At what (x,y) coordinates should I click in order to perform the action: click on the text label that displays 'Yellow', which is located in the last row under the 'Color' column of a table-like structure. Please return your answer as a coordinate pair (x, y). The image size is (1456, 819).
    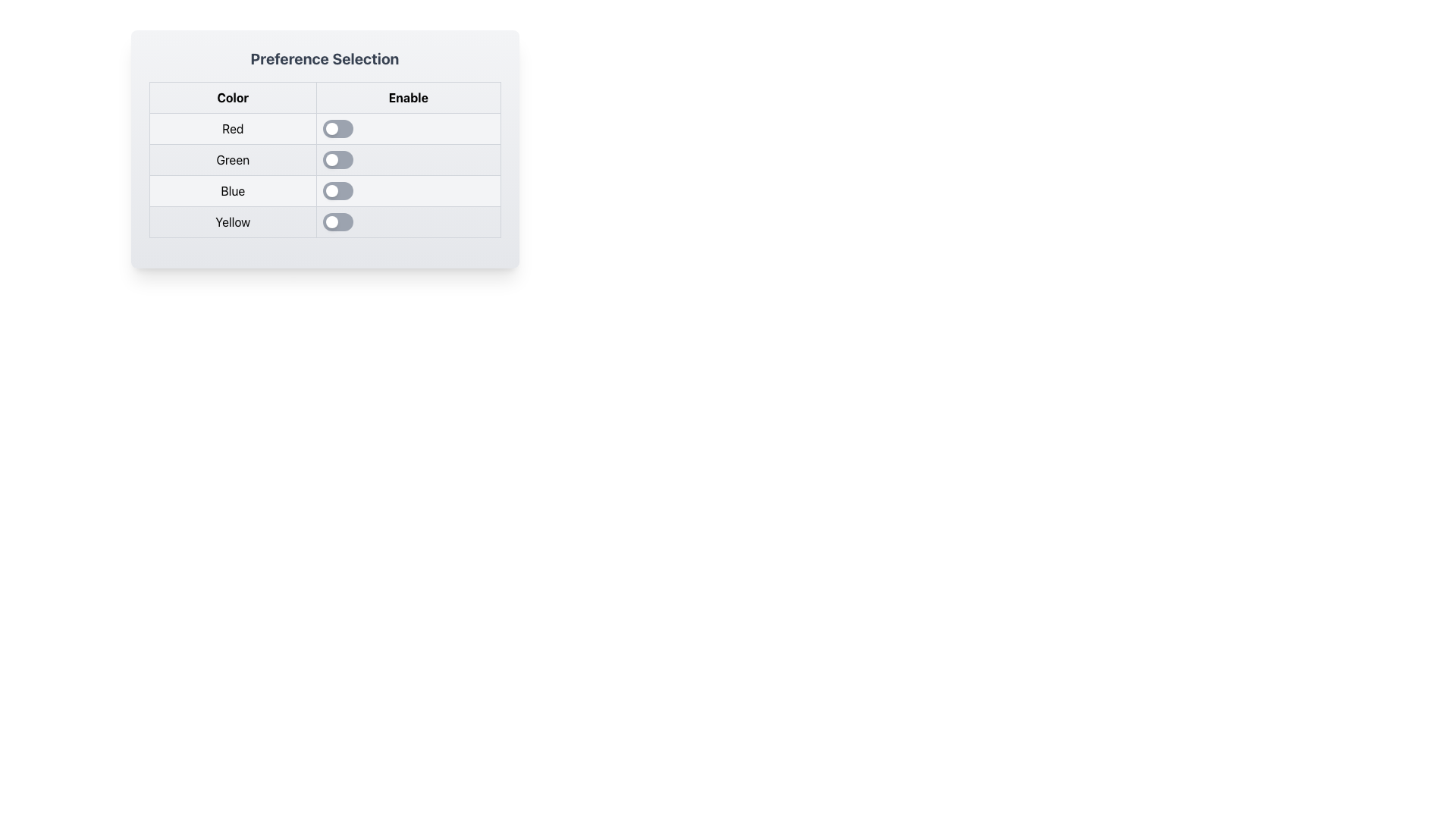
    Looking at the image, I should click on (232, 222).